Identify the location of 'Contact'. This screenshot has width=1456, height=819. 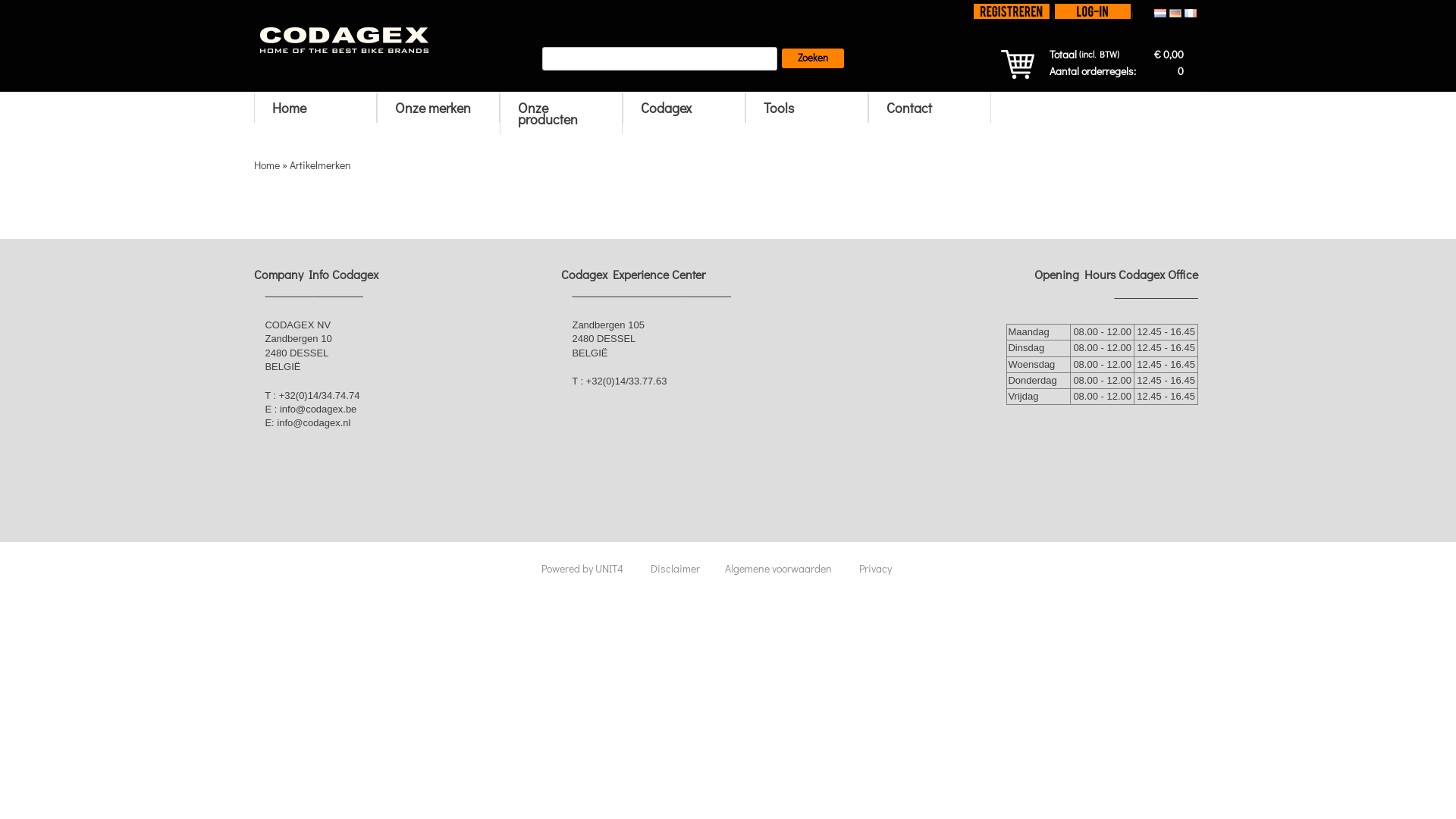
(928, 107).